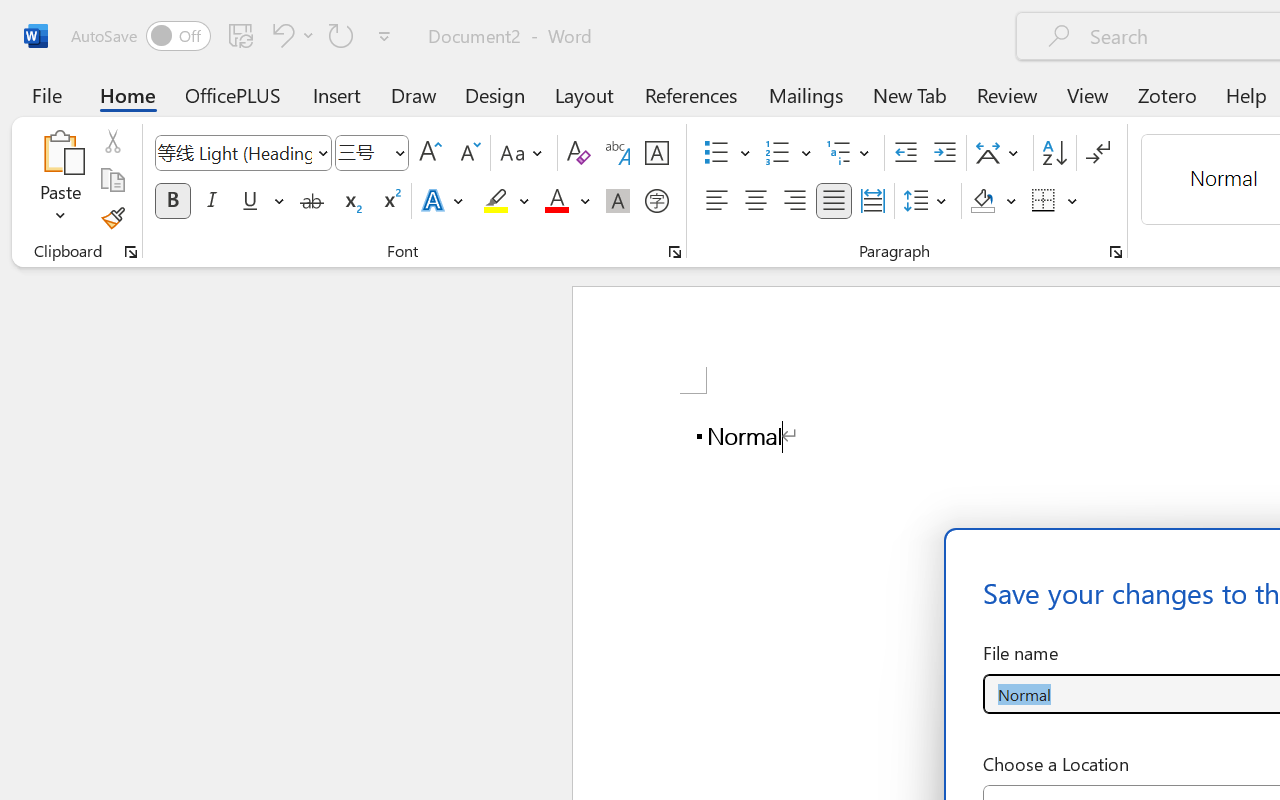 This screenshot has height=800, width=1280. Describe the element at coordinates (577, 153) in the screenshot. I see `'Clear Formatting'` at that location.